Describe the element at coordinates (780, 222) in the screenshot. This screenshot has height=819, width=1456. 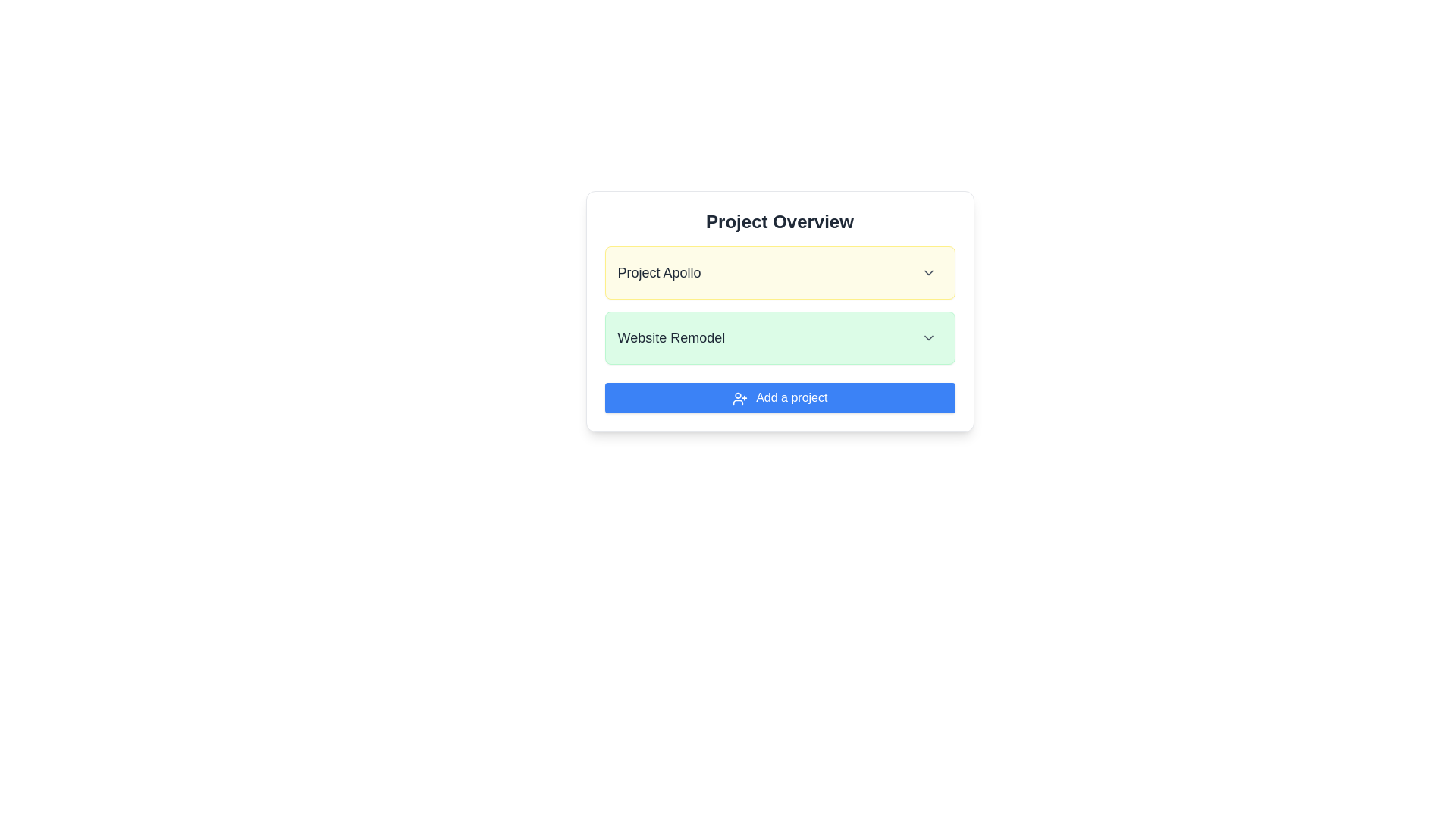
I see `the Text Label that serves as the heading for the 'Project Overview' section, positioned at the top of the card-like interface` at that location.